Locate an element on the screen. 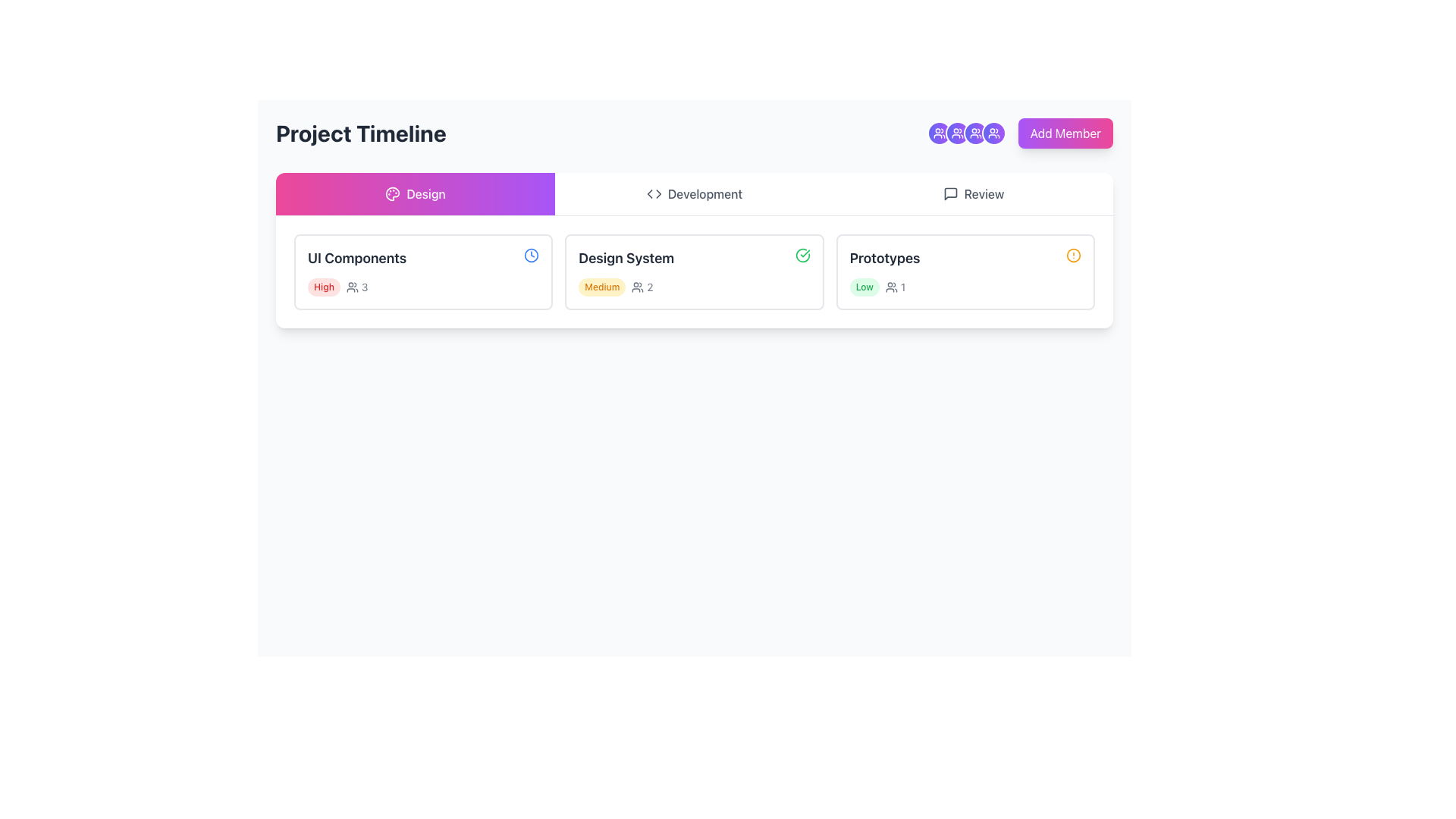 The image size is (1456, 819). Image icon representing the 'Design' section, which is located adjacent to the 'Design' label in the navigation bar is located at coordinates (393, 193).